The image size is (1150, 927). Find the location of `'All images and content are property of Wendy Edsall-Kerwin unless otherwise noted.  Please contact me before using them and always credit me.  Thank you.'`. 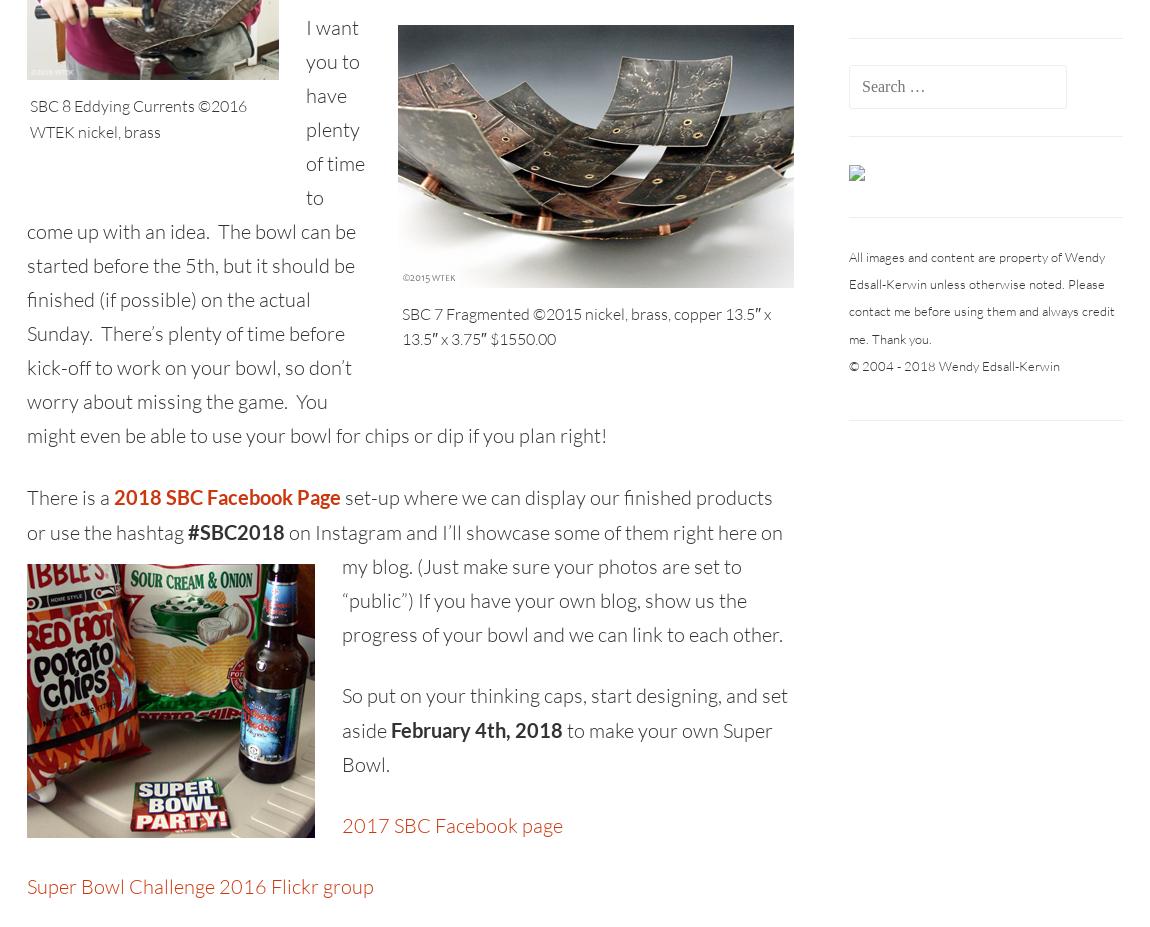

'All images and content are property of Wendy Edsall-Kerwin unless otherwise noted.  Please contact me before using them and always credit me.  Thank you.' is located at coordinates (981, 297).